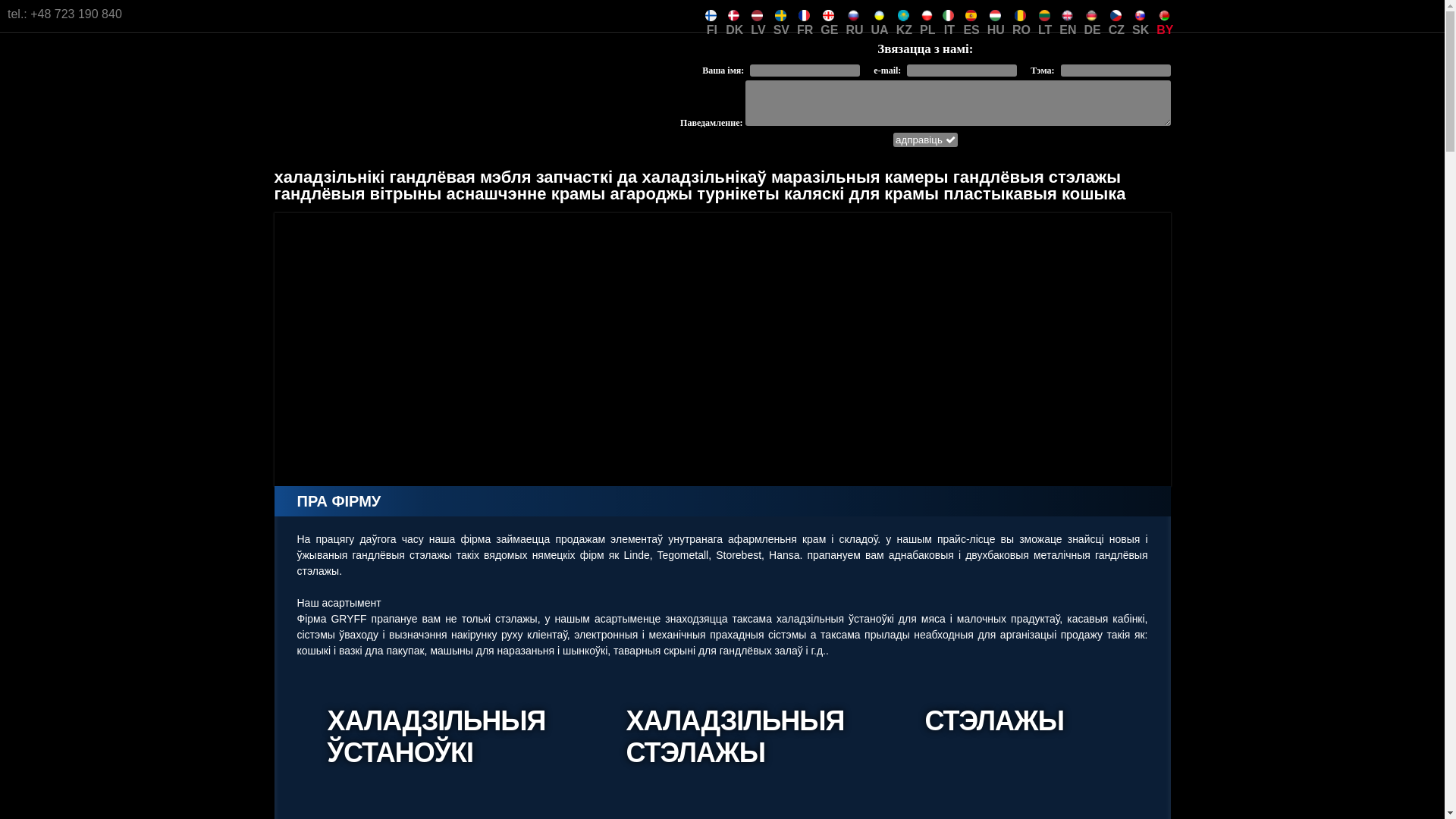  What do you see at coordinates (804, 14) in the screenshot?
I see `'FR'` at bounding box center [804, 14].